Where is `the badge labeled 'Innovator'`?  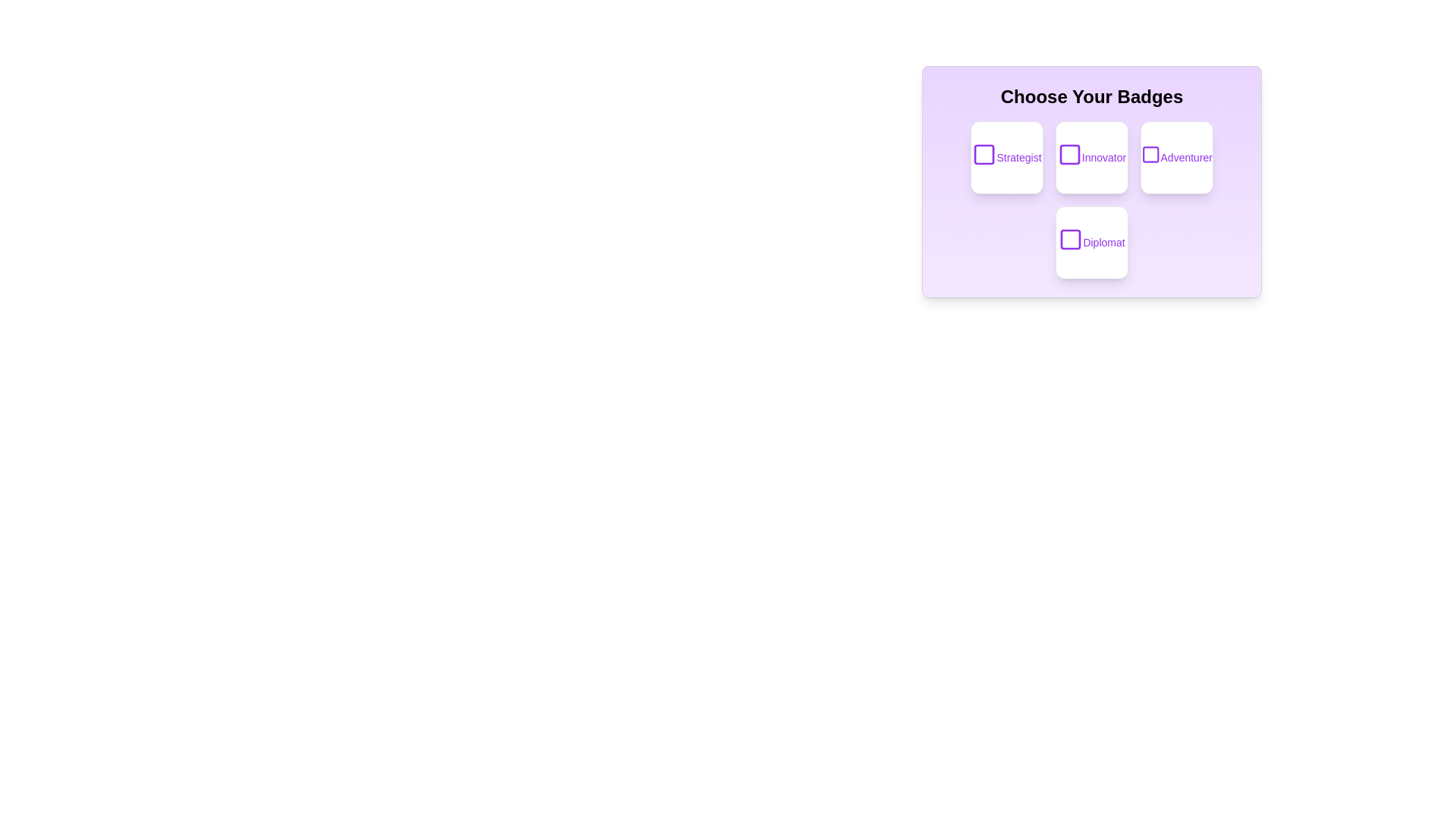
the badge labeled 'Innovator' is located at coordinates (1092, 158).